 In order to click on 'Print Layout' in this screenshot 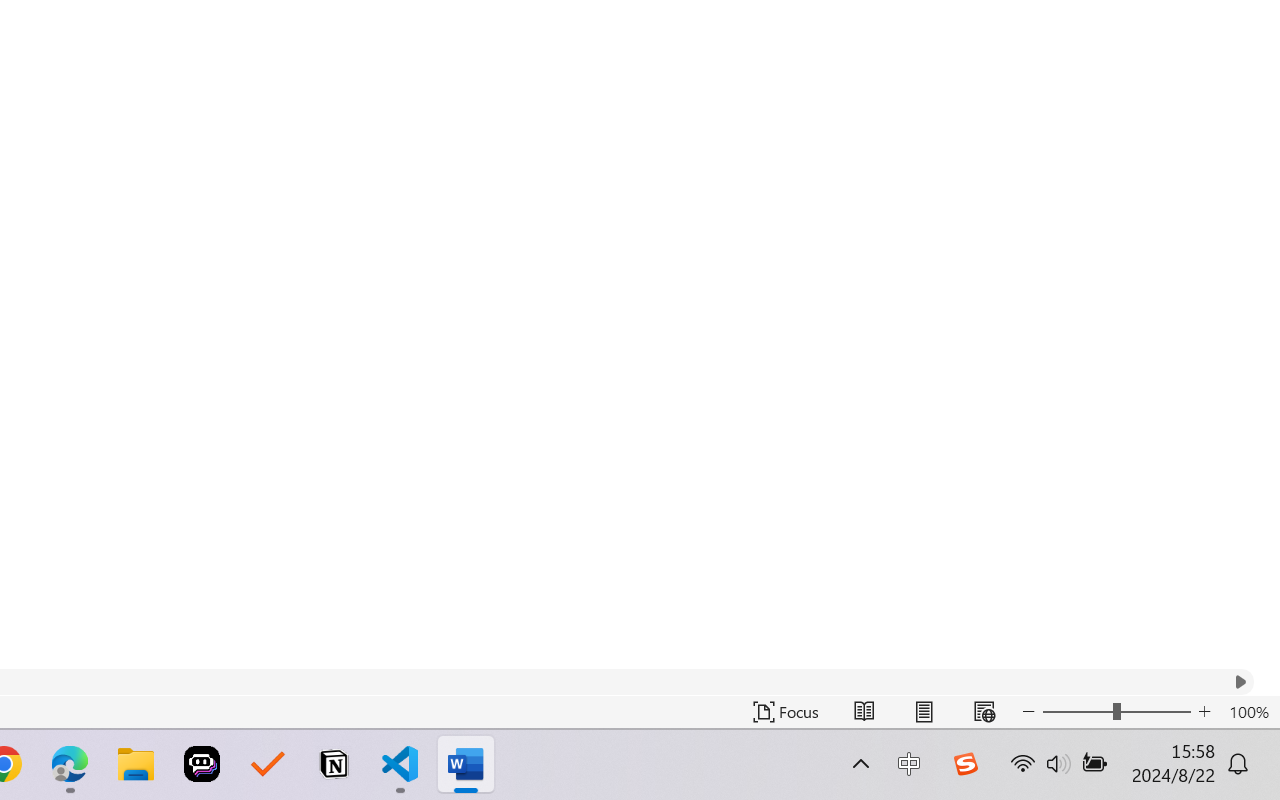, I will do `click(923, 711)`.